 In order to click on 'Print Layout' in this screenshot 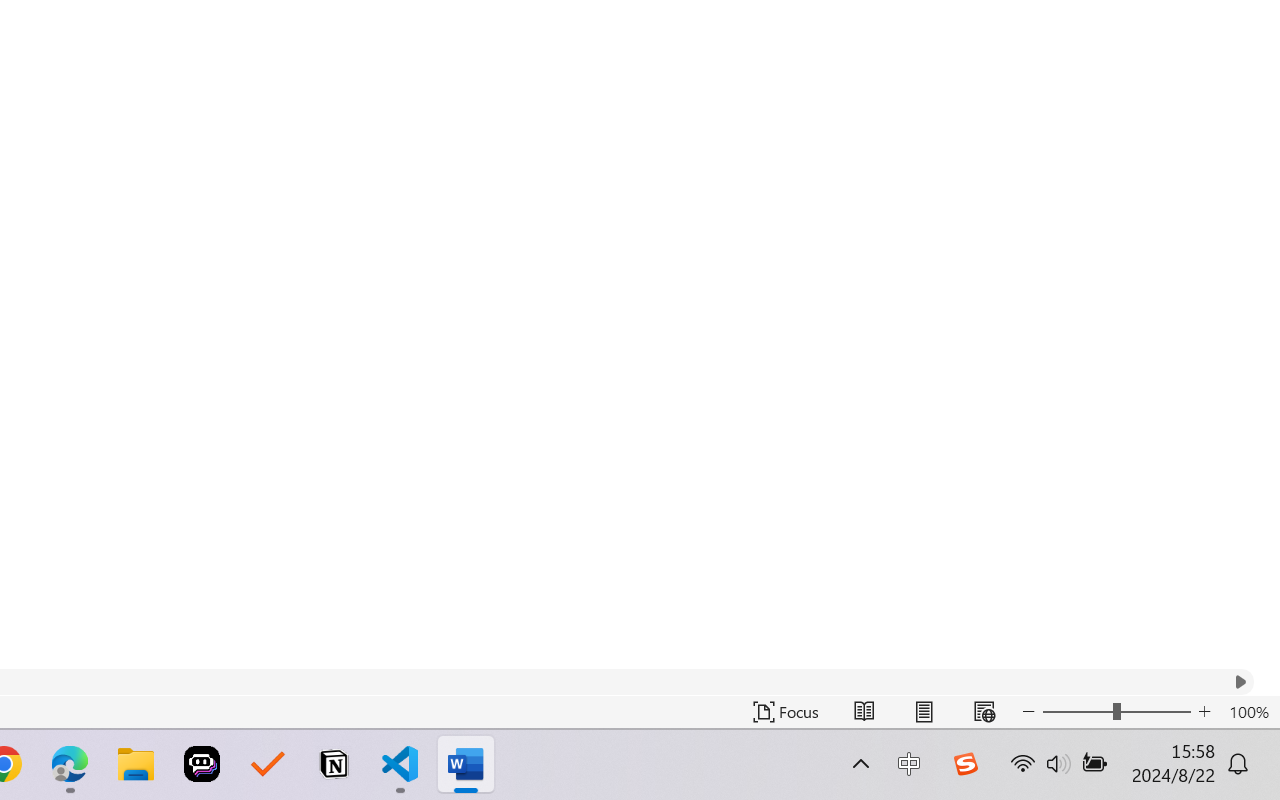, I will do `click(923, 711)`.